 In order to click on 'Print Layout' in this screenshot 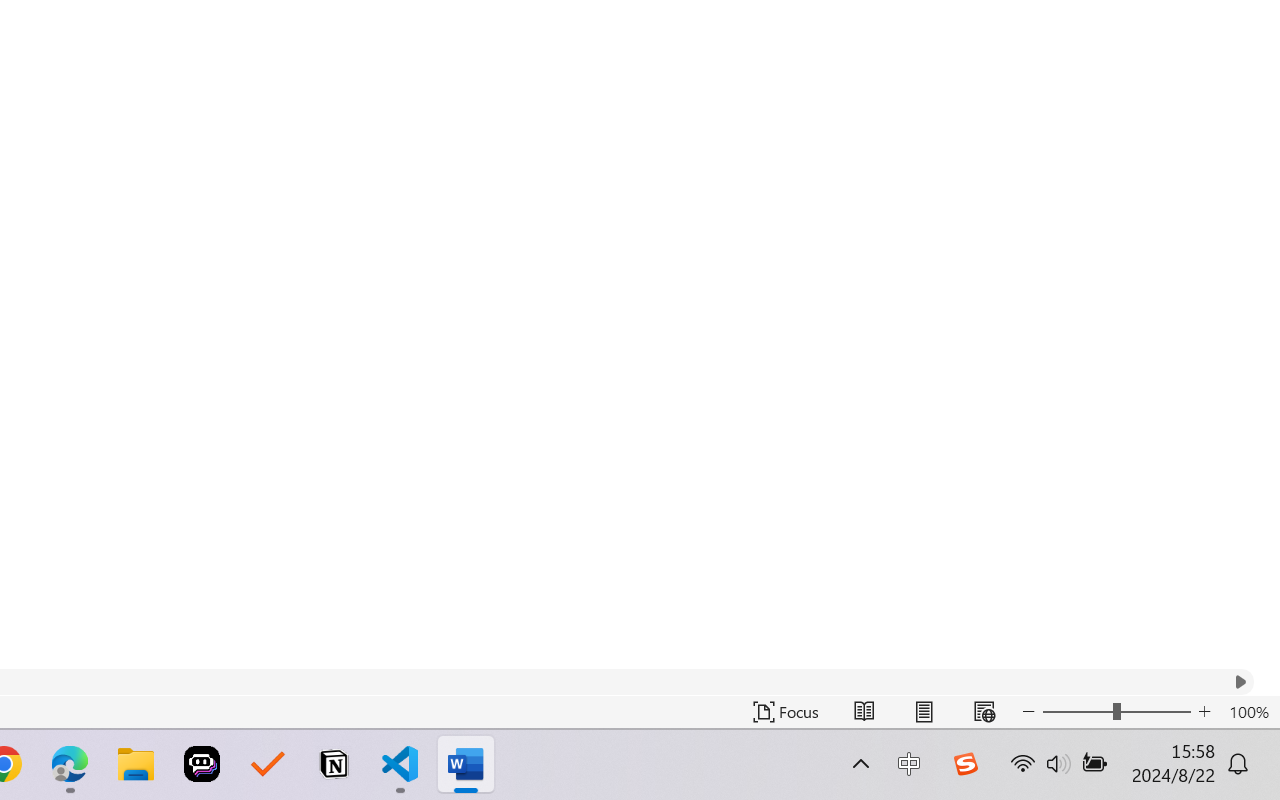, I will do `click(923, 711)`.